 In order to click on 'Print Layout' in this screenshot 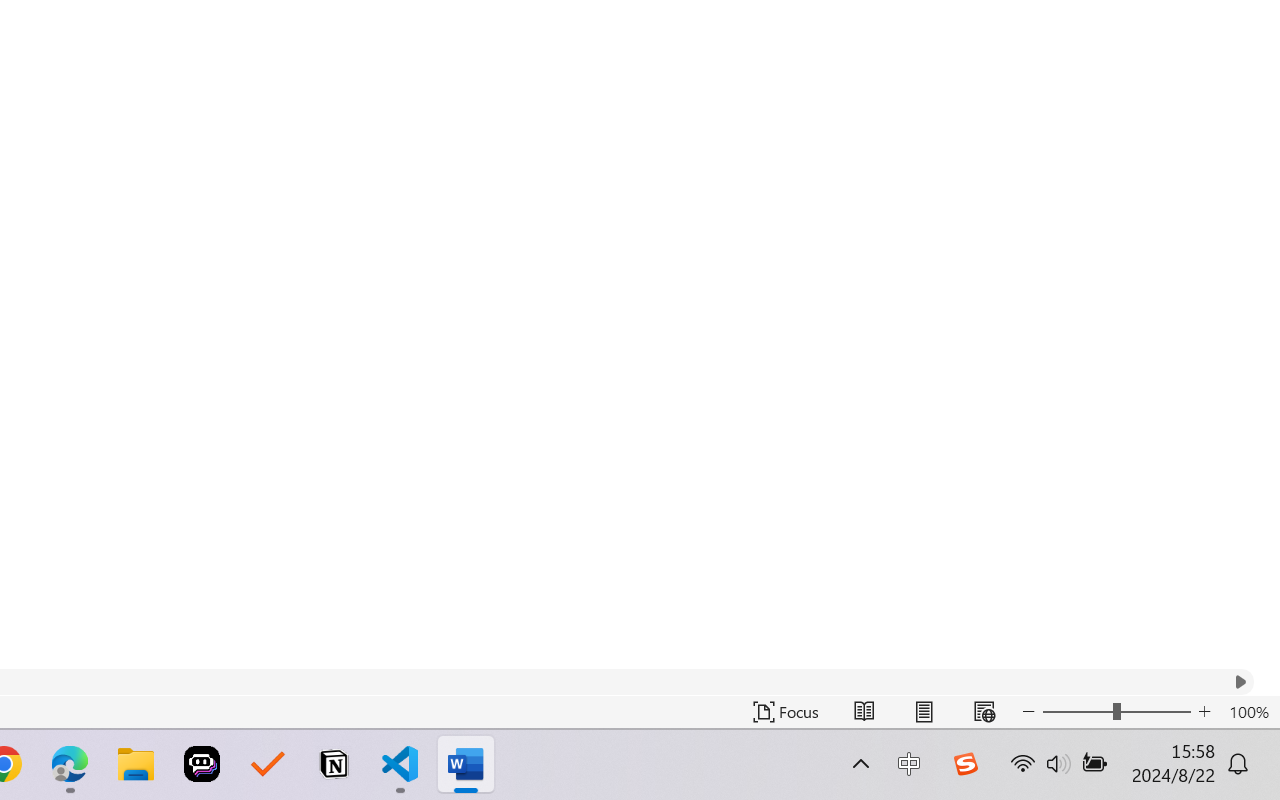, I will do `click(923, 711)`.